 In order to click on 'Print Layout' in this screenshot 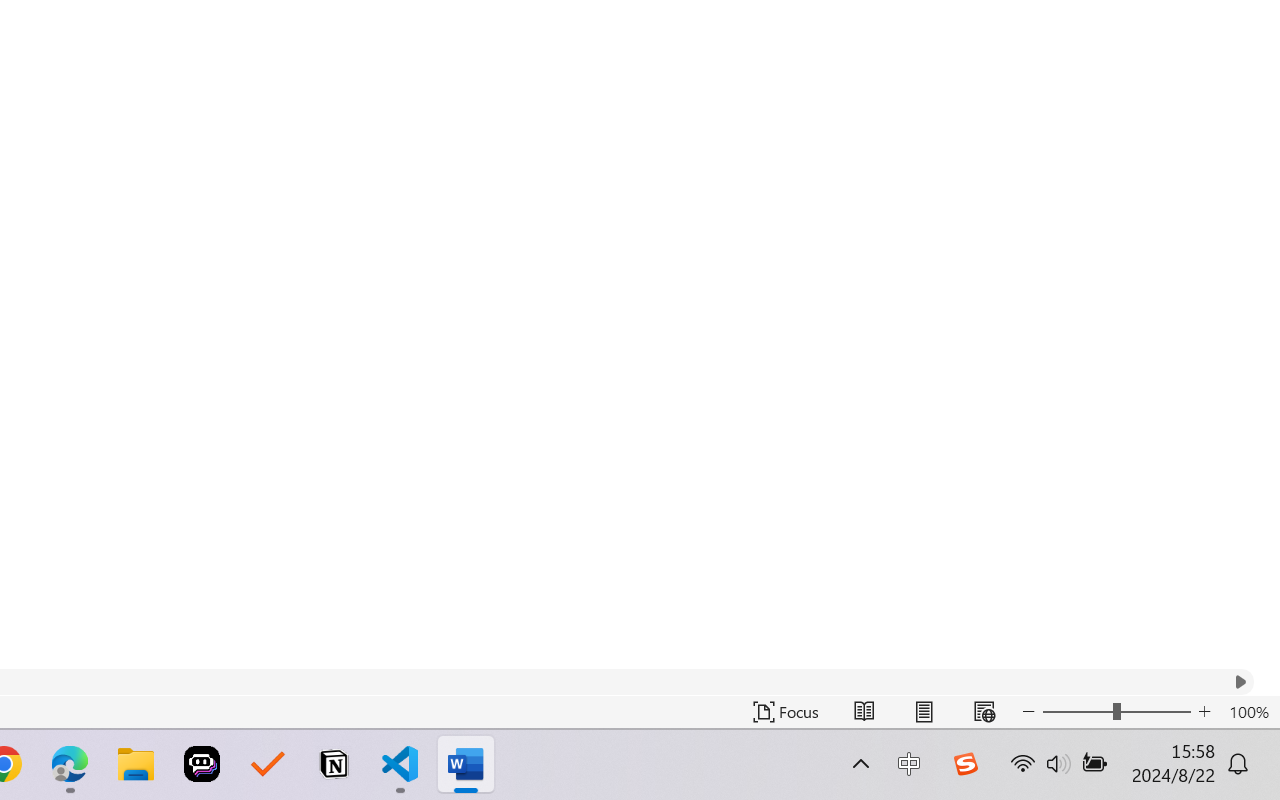, I will do `click(923, 711)`.